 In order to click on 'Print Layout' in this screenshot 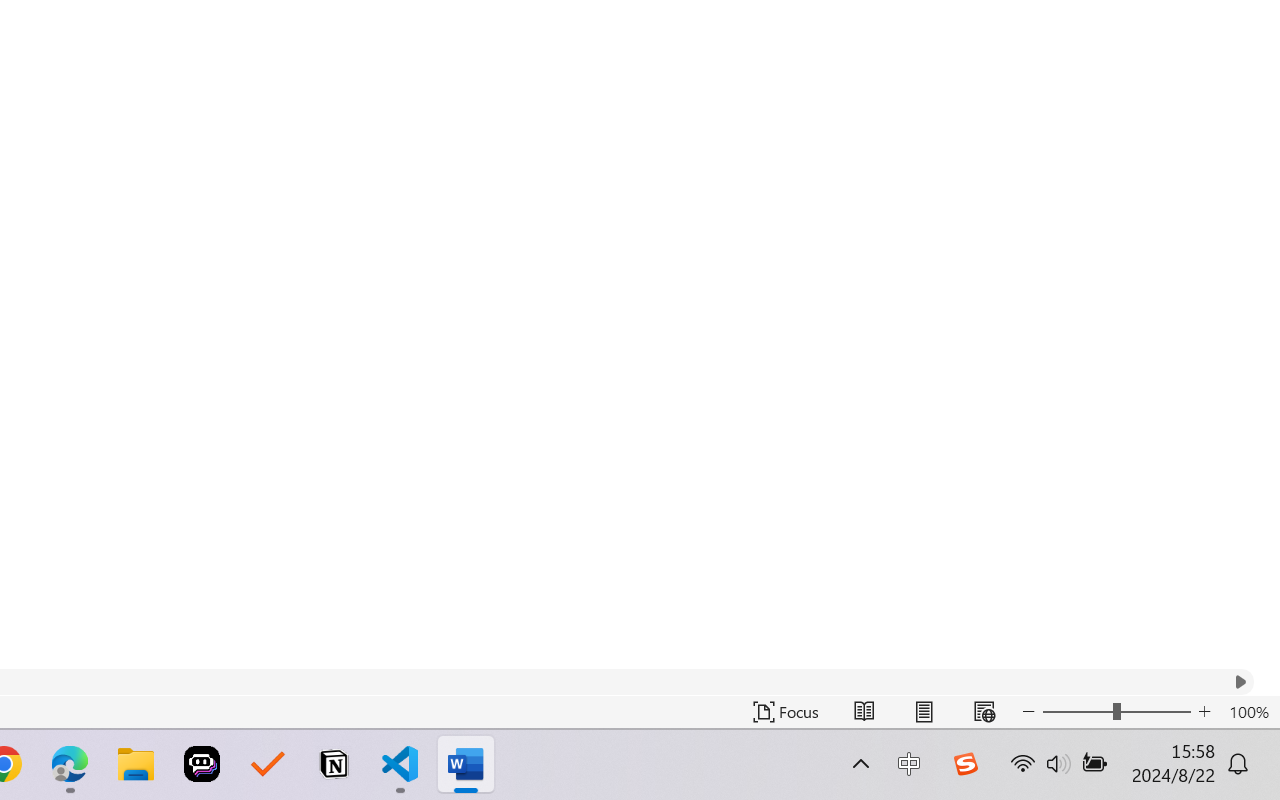, I will do `click(923, 711)`.